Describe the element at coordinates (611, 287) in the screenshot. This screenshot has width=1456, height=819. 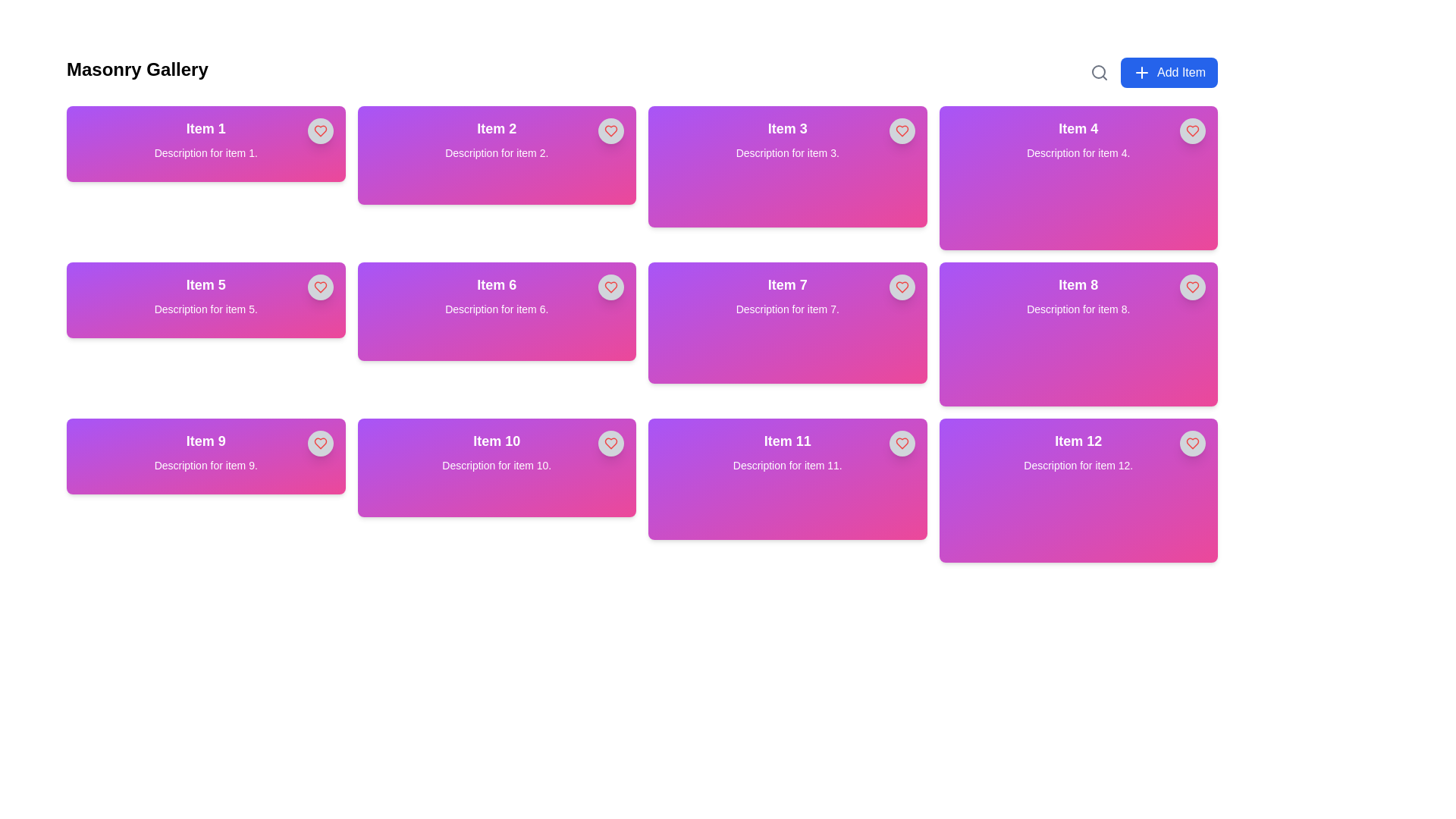
I see `the heart icon located at the top-right corner of the card labeled 'Item 6'` at that location.